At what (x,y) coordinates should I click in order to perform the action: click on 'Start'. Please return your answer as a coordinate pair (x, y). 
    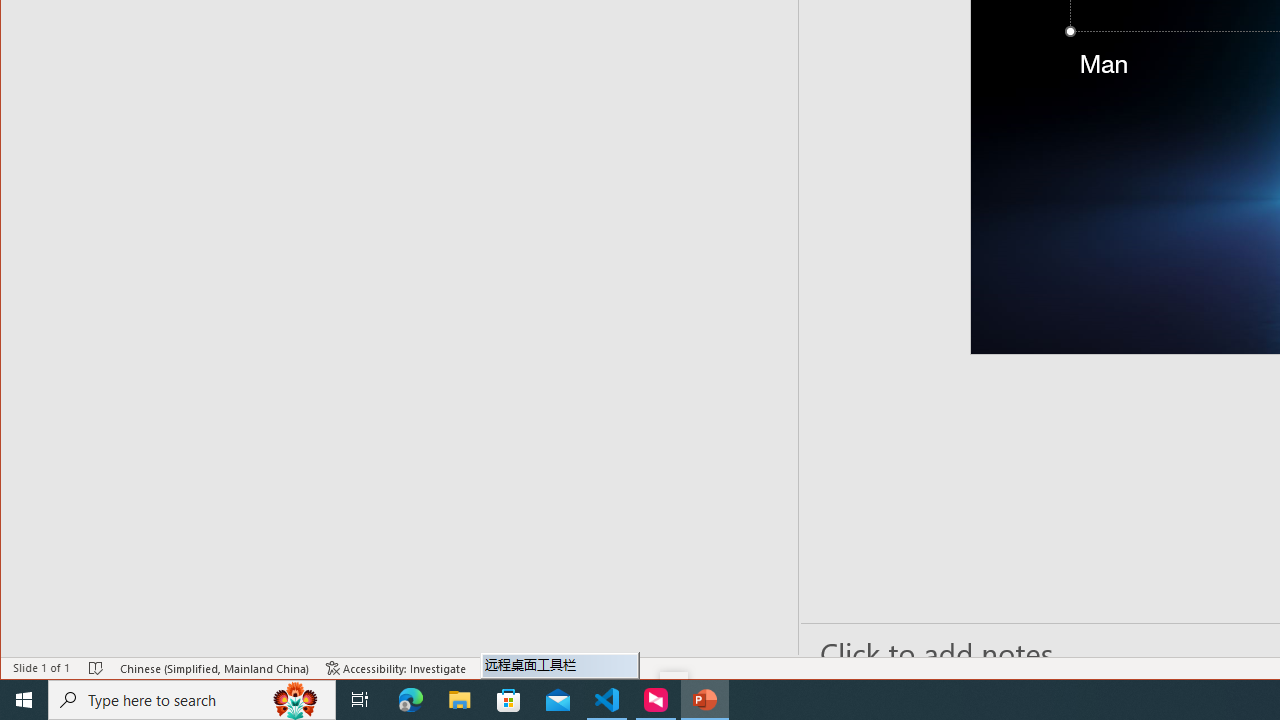
    Looking at the image, I should click on (24, 698).